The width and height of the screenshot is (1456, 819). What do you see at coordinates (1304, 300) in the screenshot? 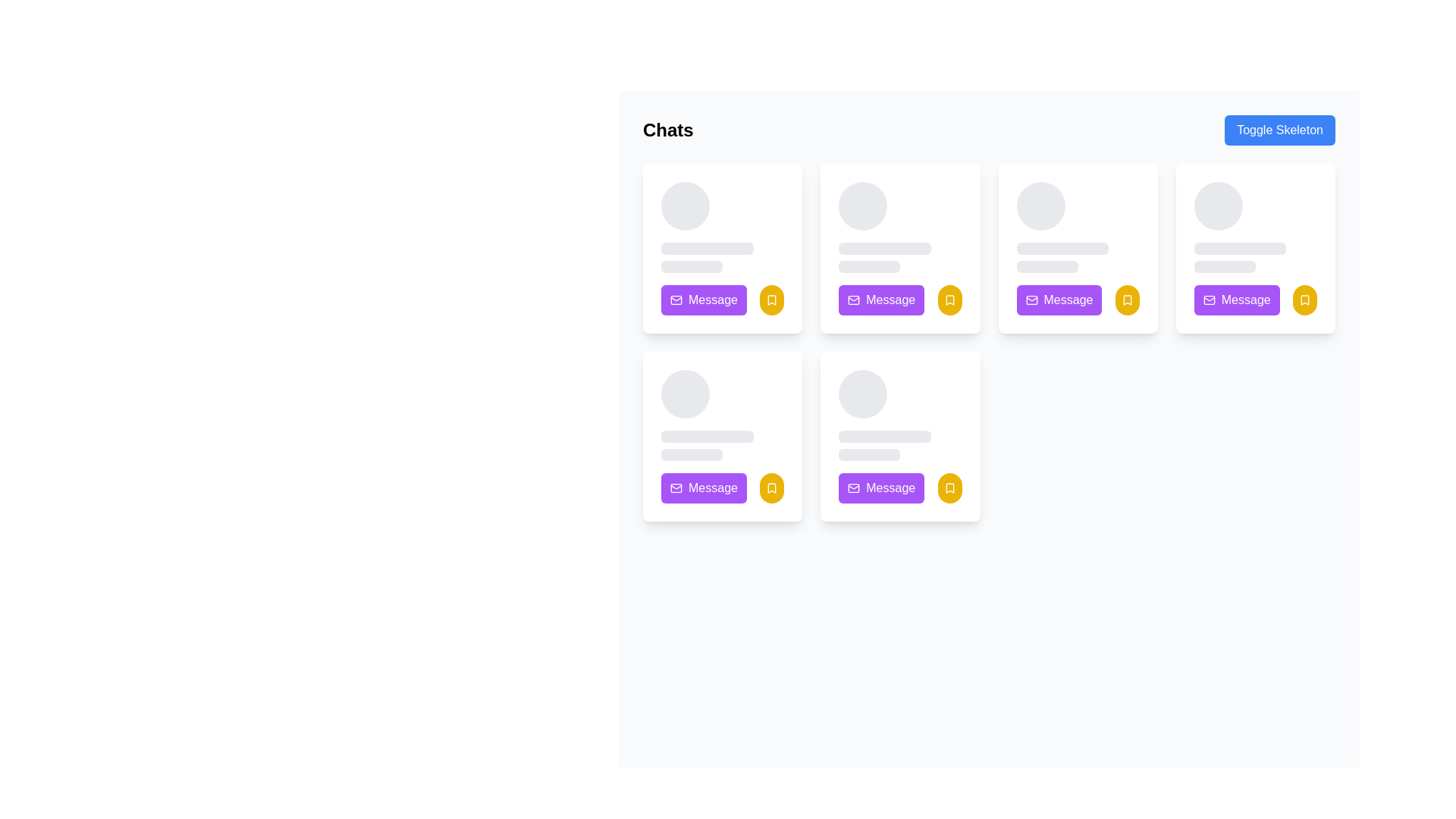
I see `the bookmarking button located in the last column of the top row of the grid layout, which is positioned immediately to the right of the purple 'Message' button` at bounding box center [1304, 300].